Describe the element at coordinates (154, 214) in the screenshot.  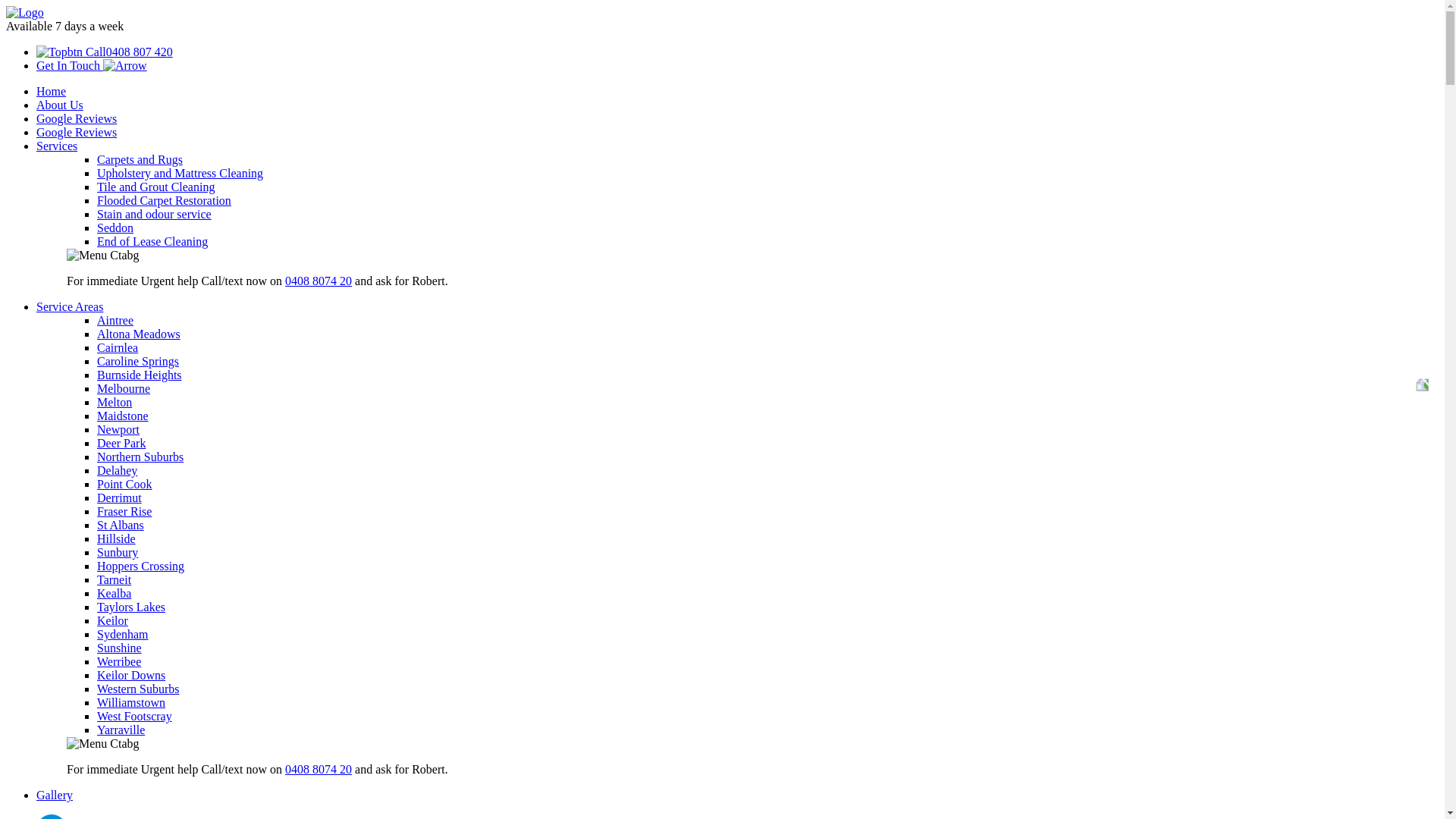
I see `'Stain and odour service'` at that location.